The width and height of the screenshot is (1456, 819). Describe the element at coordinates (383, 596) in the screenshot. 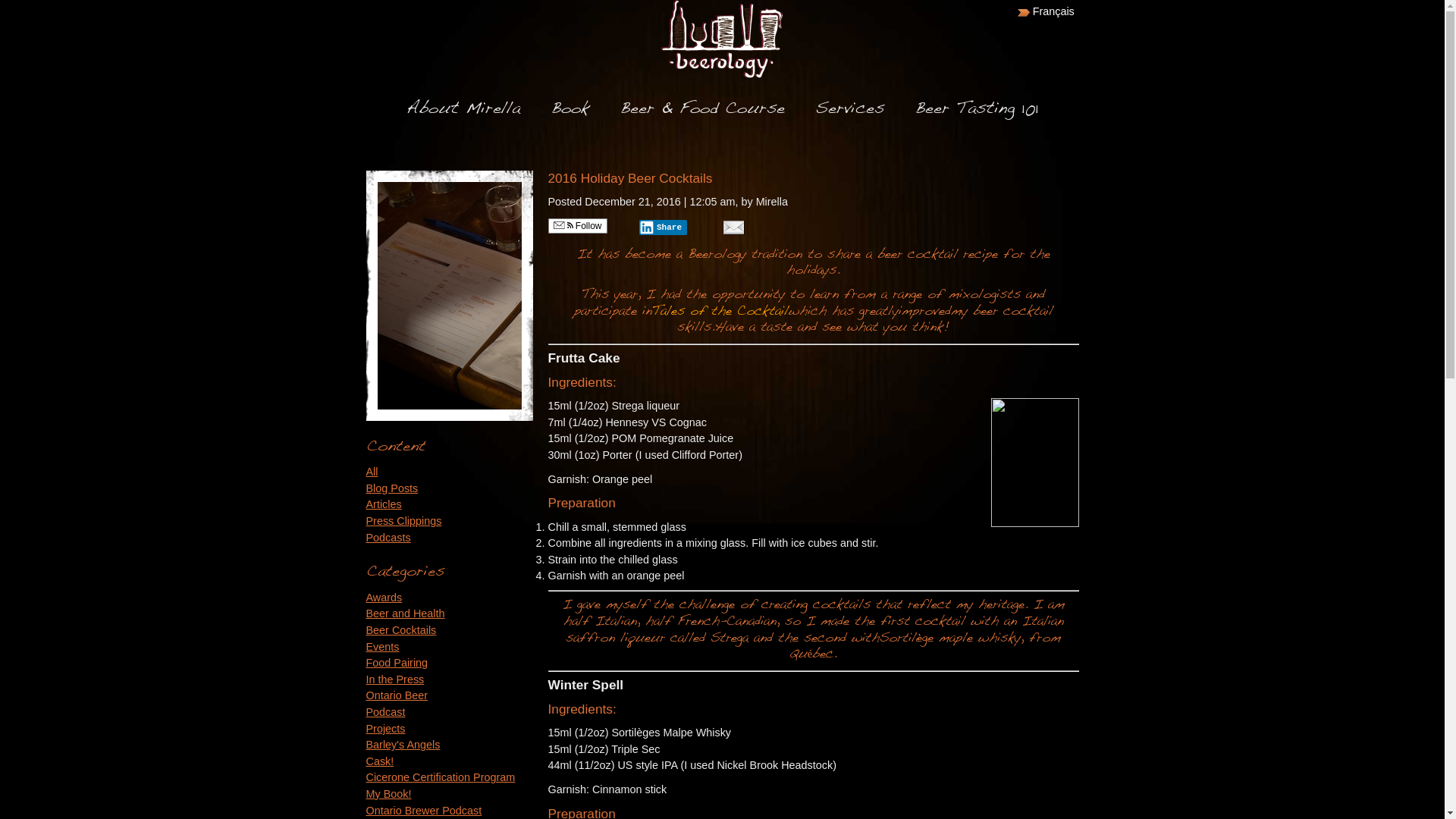

I see `'Awards'` at that location.